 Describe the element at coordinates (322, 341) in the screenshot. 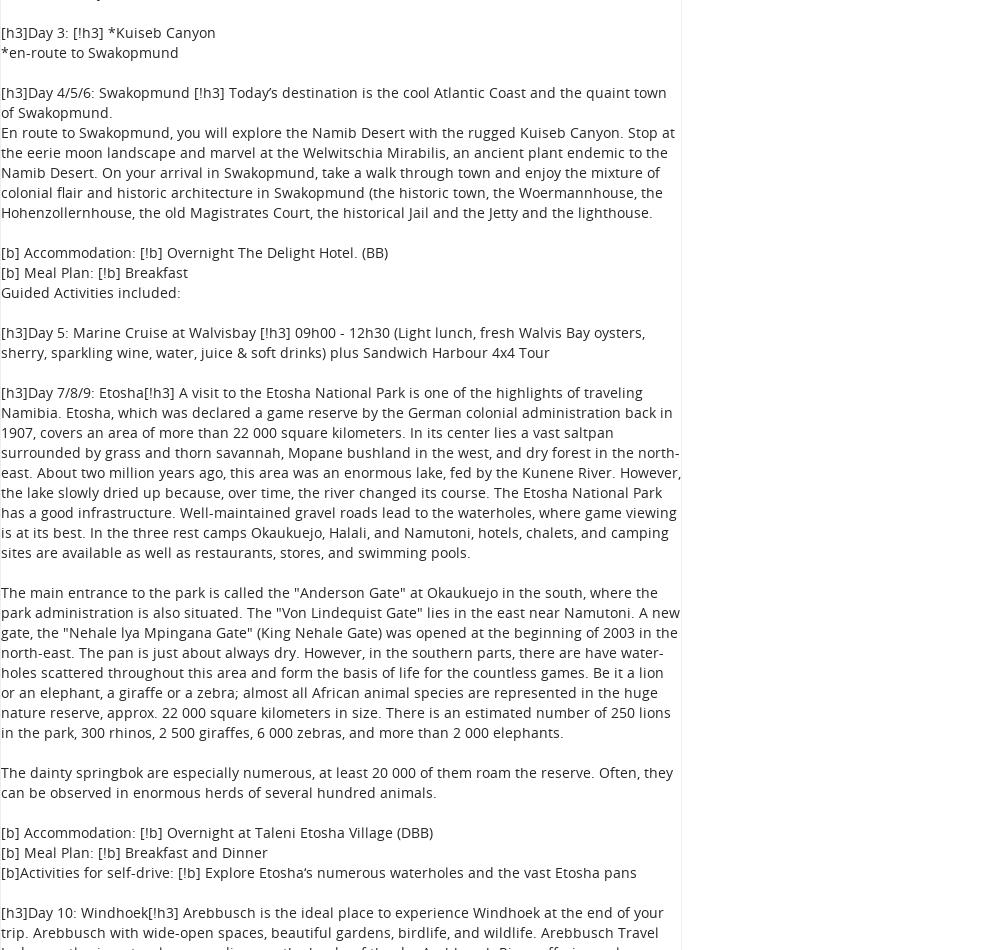

I see `'[h3]Day 5: Marine Cruise at Walvisbay [!h3] 09h00 - 12h30 (Light lunch, fresh Walvis Bay oysters, sherry, sparkling wine, water, juice & soft drinks) plus Sandwich Harbour 4x4 Tour'` at that location.